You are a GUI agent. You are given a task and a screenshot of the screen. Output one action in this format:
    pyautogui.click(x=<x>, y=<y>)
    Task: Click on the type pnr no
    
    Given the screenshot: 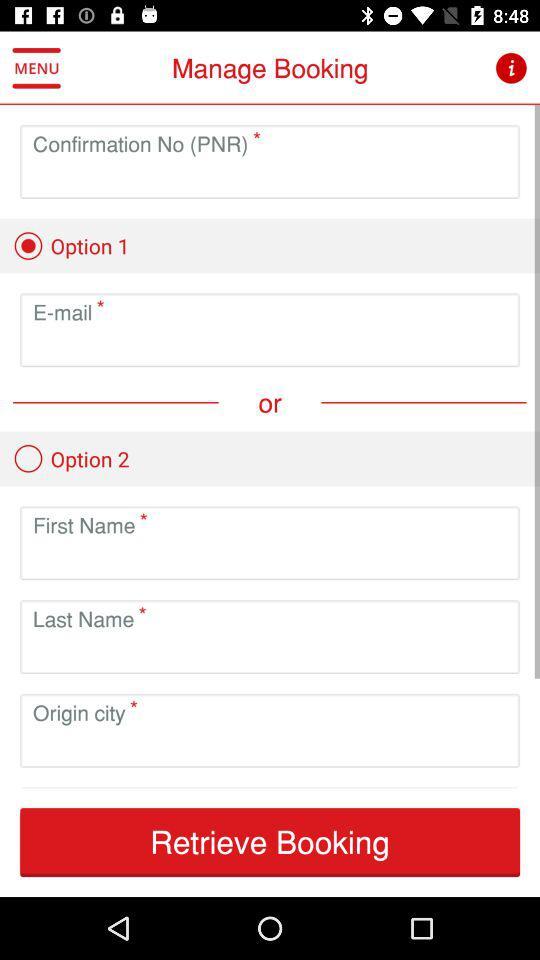 What is the action you would take?
    pyautogui.click(x=270, y=176)
    